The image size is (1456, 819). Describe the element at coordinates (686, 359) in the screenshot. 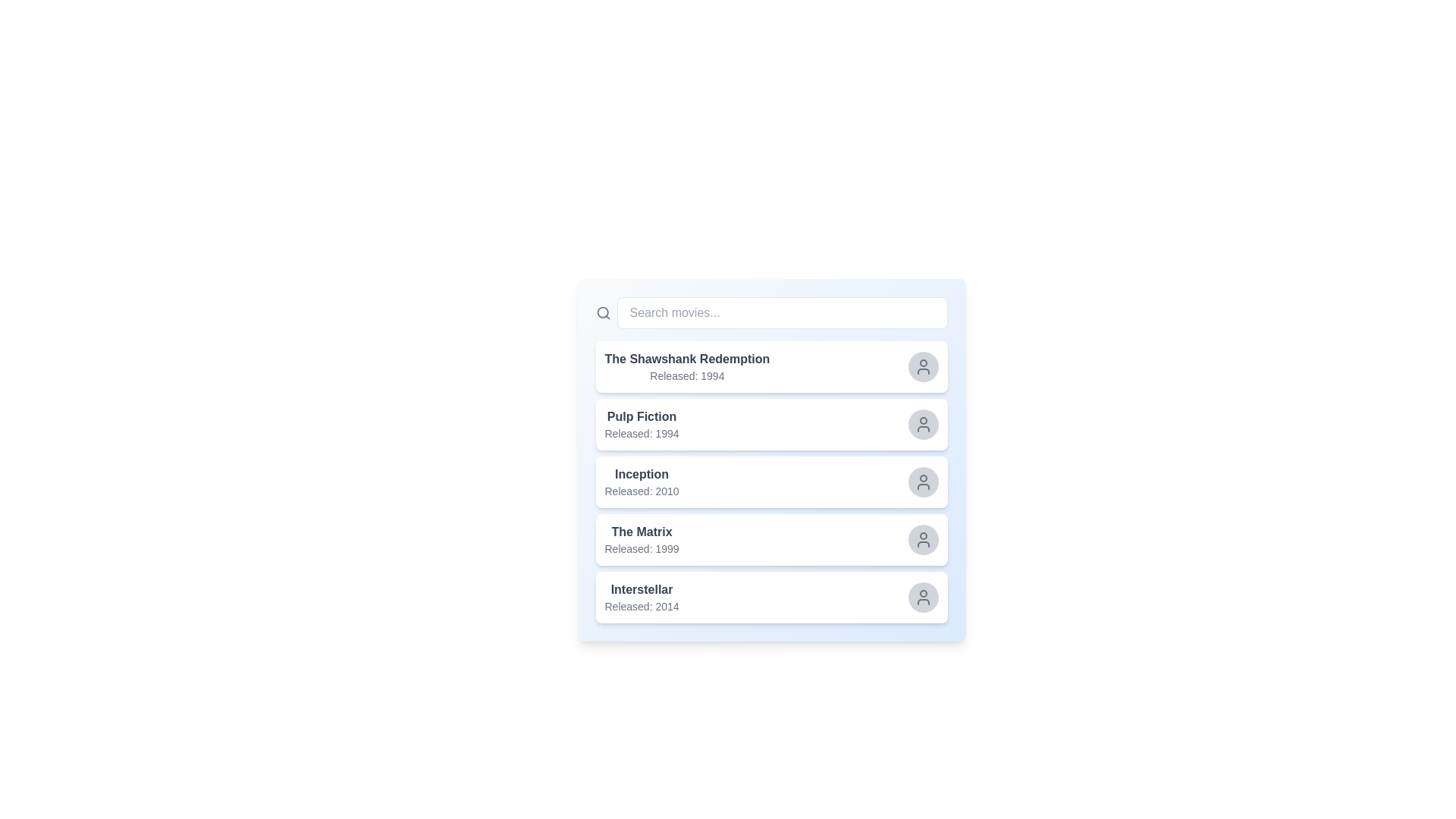

I see `the static text displaying 'The Shawshank Redemption', which is styled in bold dark gray and positioned as the first item in the movie list interface` at that location.